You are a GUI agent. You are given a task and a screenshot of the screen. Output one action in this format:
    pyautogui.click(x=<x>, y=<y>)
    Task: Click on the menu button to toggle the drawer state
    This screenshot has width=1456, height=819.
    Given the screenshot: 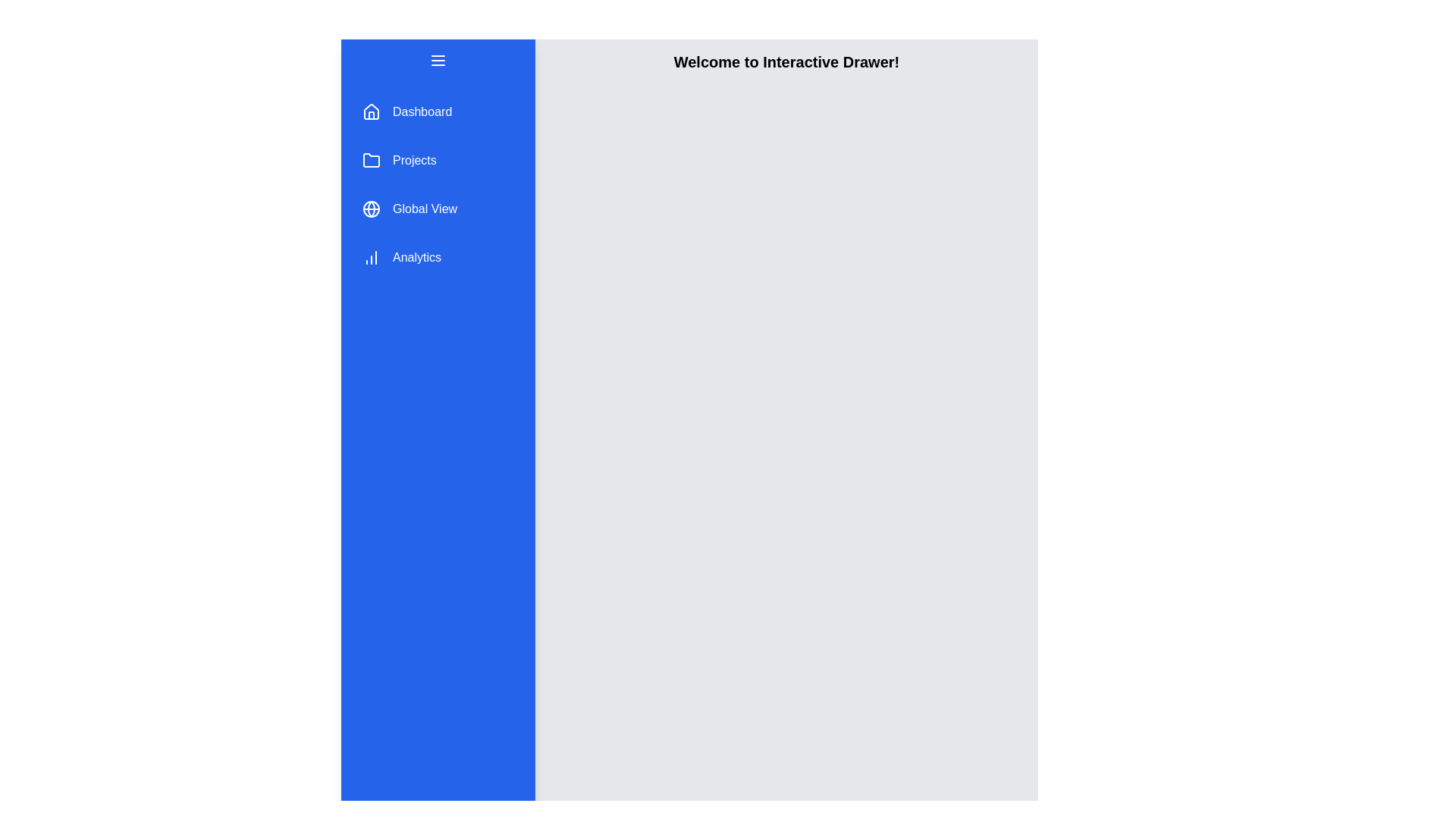 What is the action you would take?
    pyautogui.click(x=437, y=60)
    